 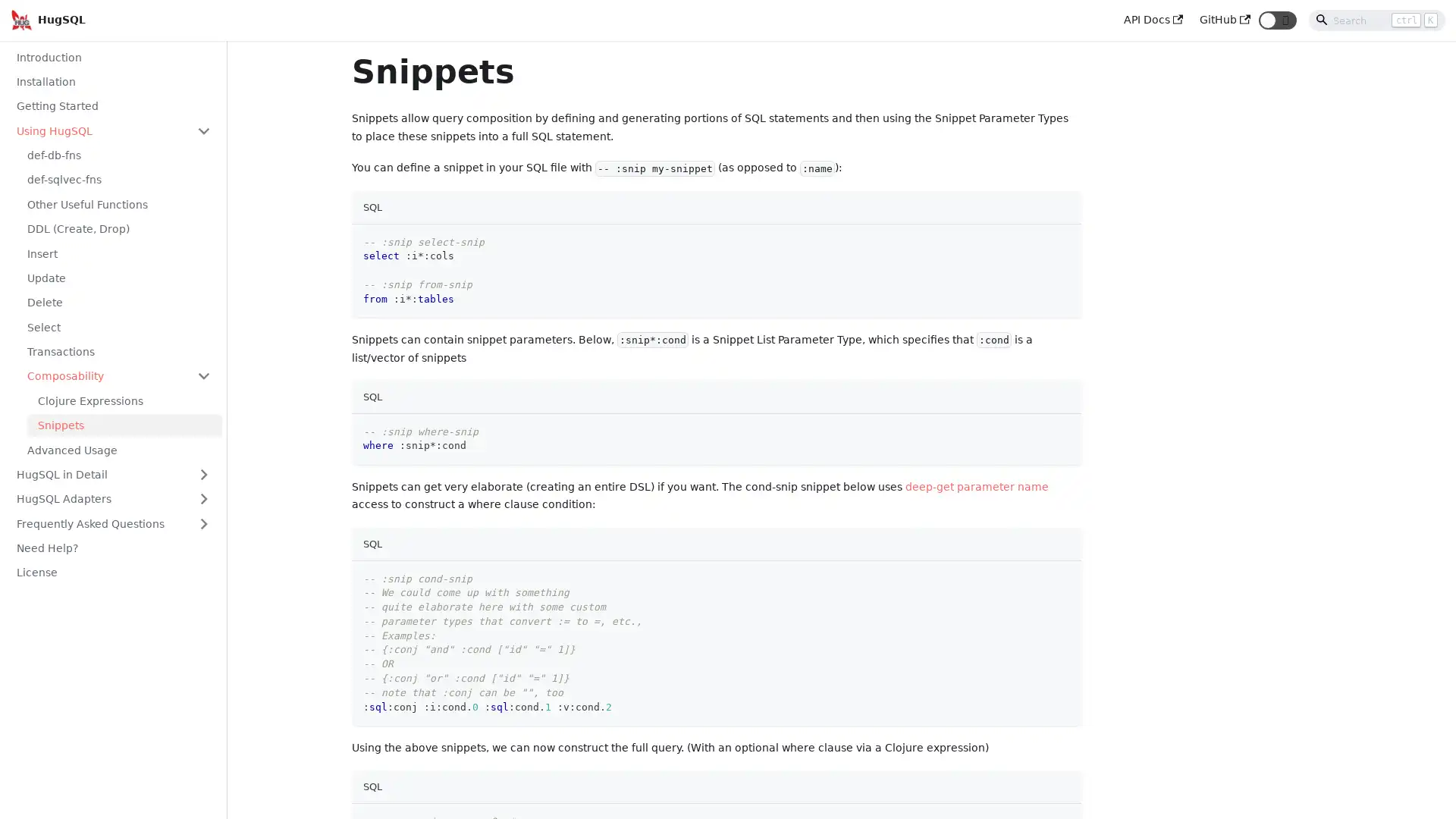 What do you see at coordinates (202, 498) in the screenshot?
I see `Toggle the collapsible sidebar category 'HugSQL Adapters'` at bounding box center [202, 498].